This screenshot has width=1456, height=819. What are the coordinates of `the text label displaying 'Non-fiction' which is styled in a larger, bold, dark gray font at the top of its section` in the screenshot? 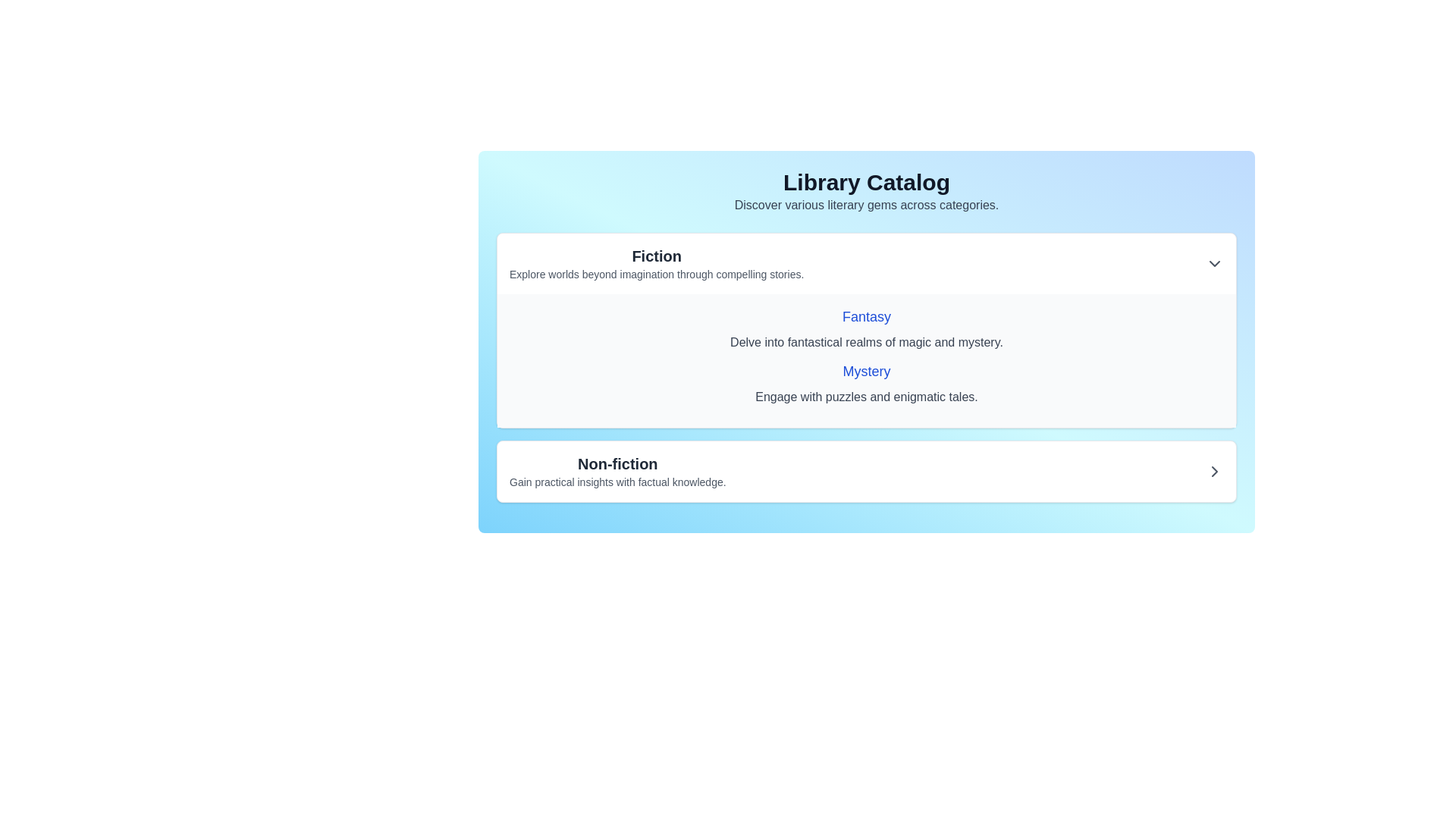 It's located at (617, 463).